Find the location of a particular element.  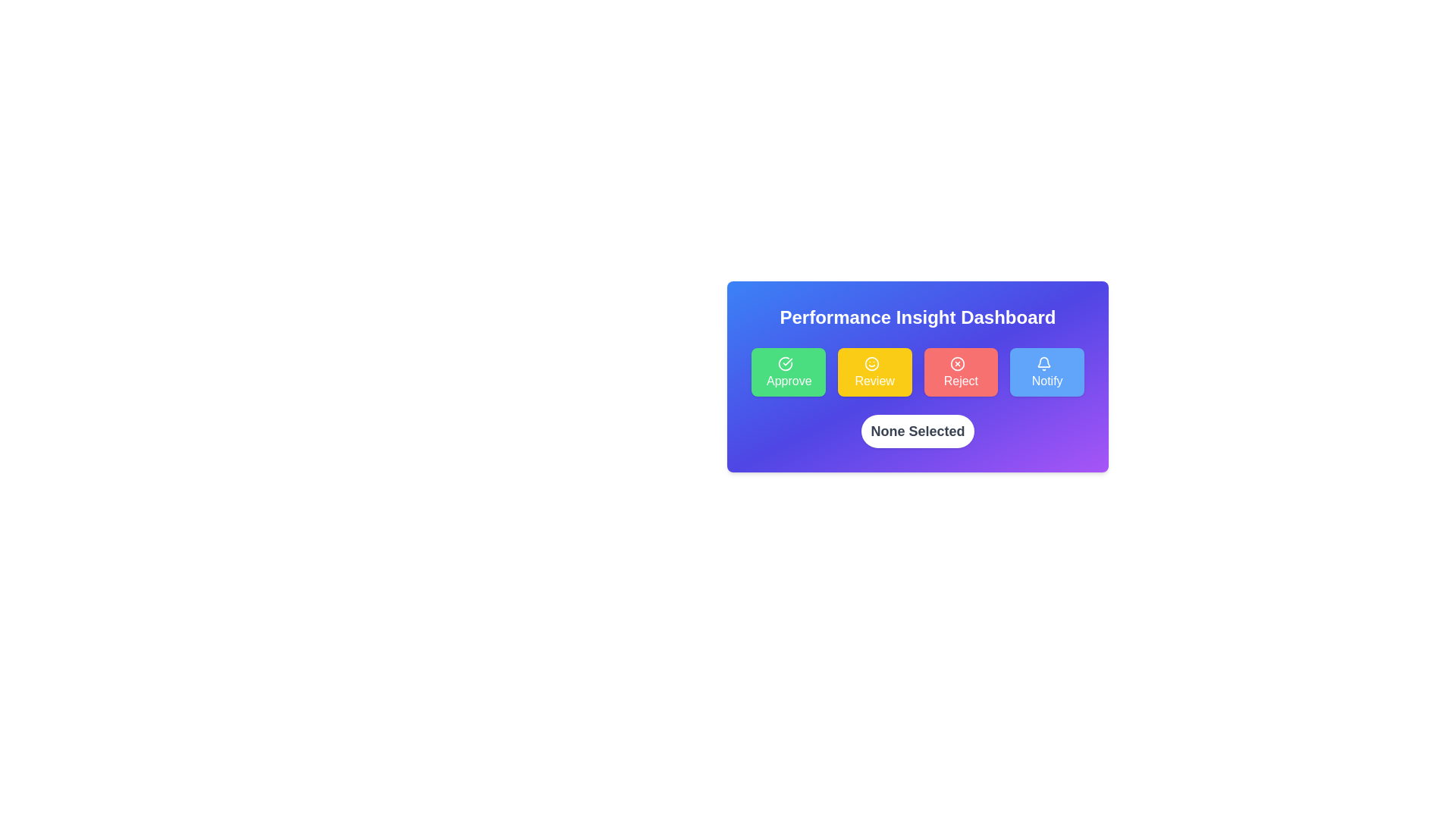

the circular outline icon, which is part of an SVG-based graphical symbol on the dashboard interface is located at coordinates (957, 363).